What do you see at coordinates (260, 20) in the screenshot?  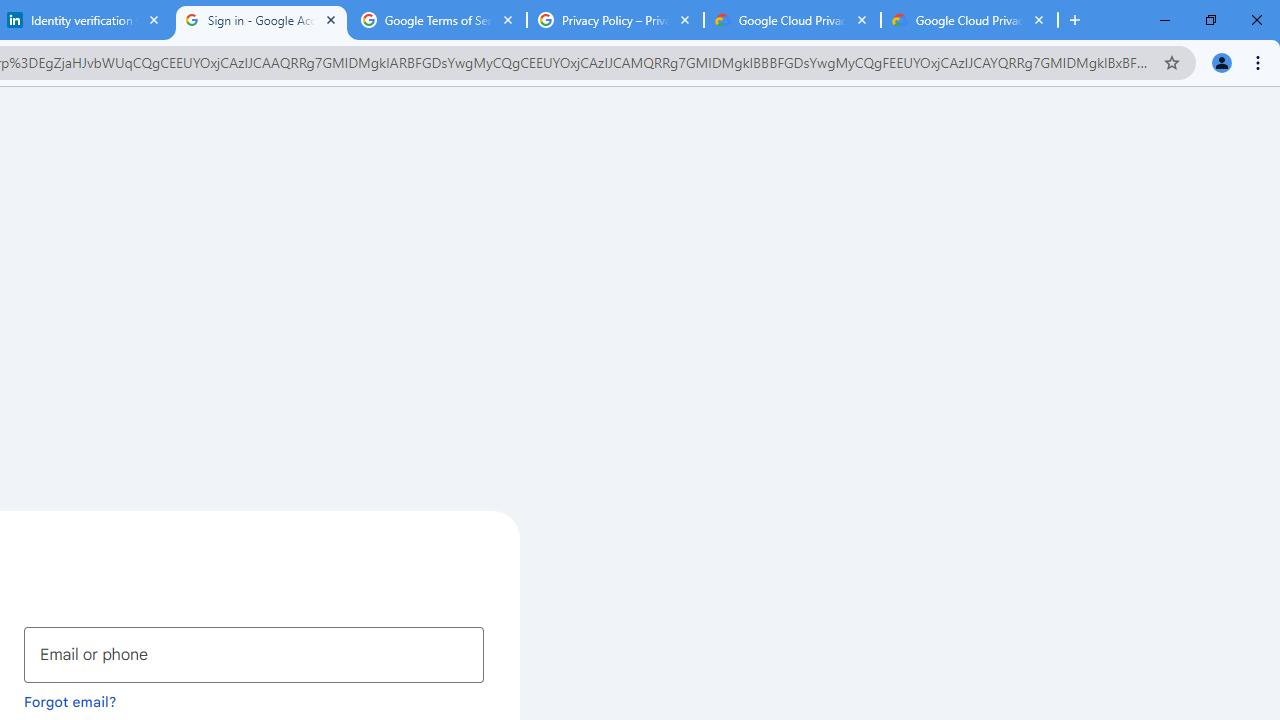 I see `'Sign in - Google Accounts'` at bounding box center [260, 20].